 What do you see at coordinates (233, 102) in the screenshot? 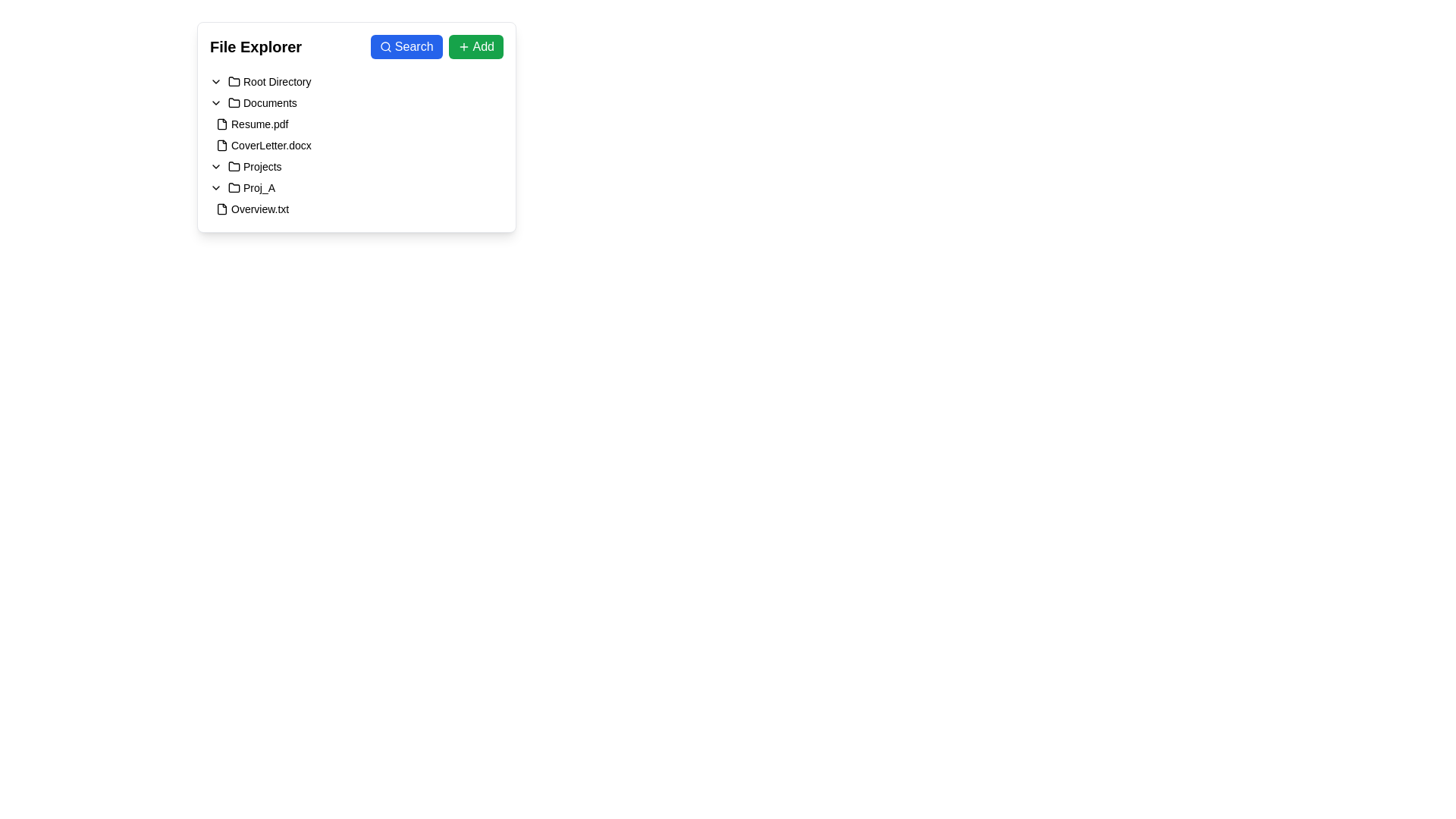
I see `the folder icon located in the left panel under the 'File Explorer' heading, next to the 'Documents' text label` at bounding box center [233, 102].